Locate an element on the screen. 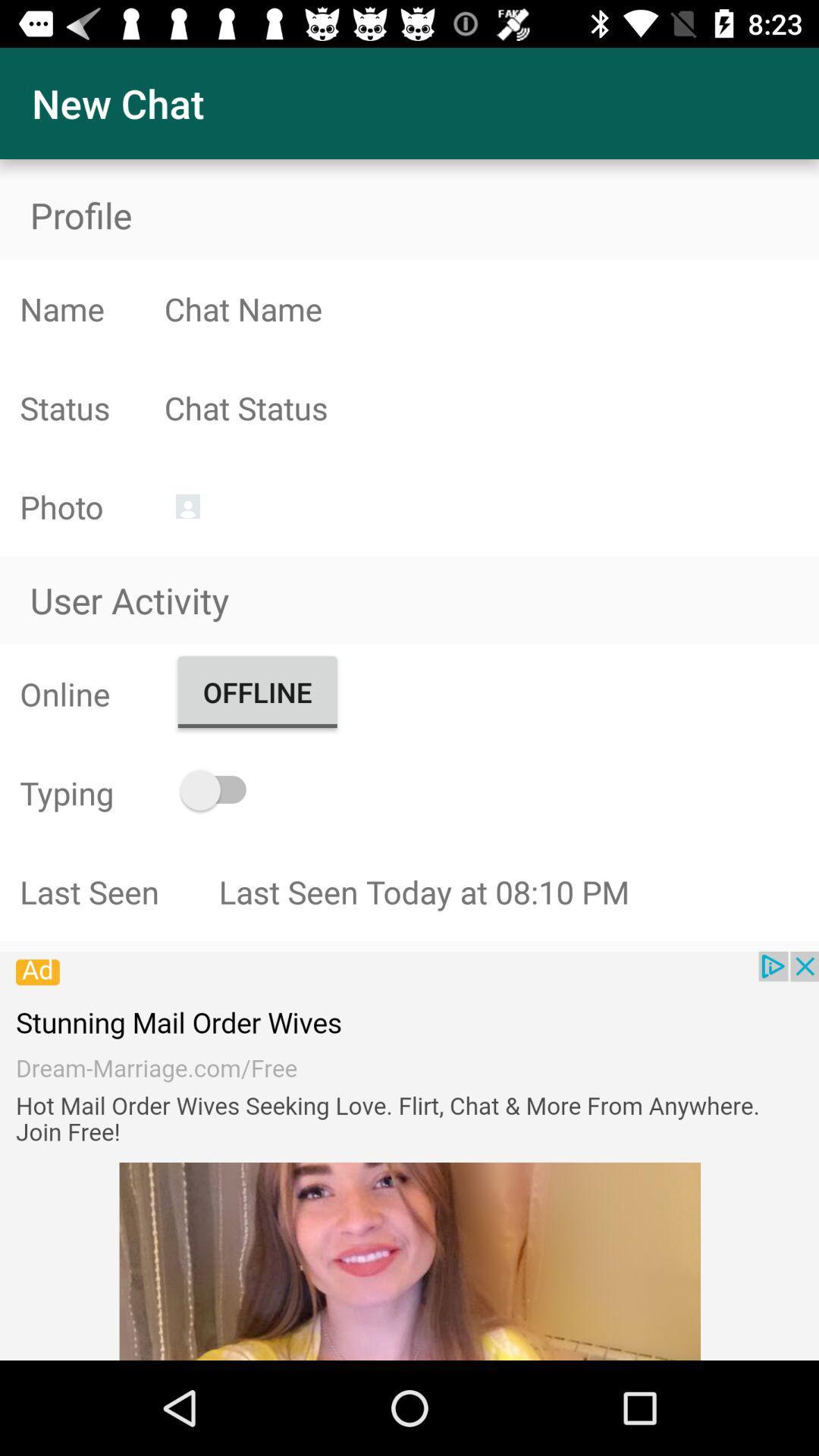 This screenshot has width=819, height=1456. chat status is located at coordinates (491, 407).